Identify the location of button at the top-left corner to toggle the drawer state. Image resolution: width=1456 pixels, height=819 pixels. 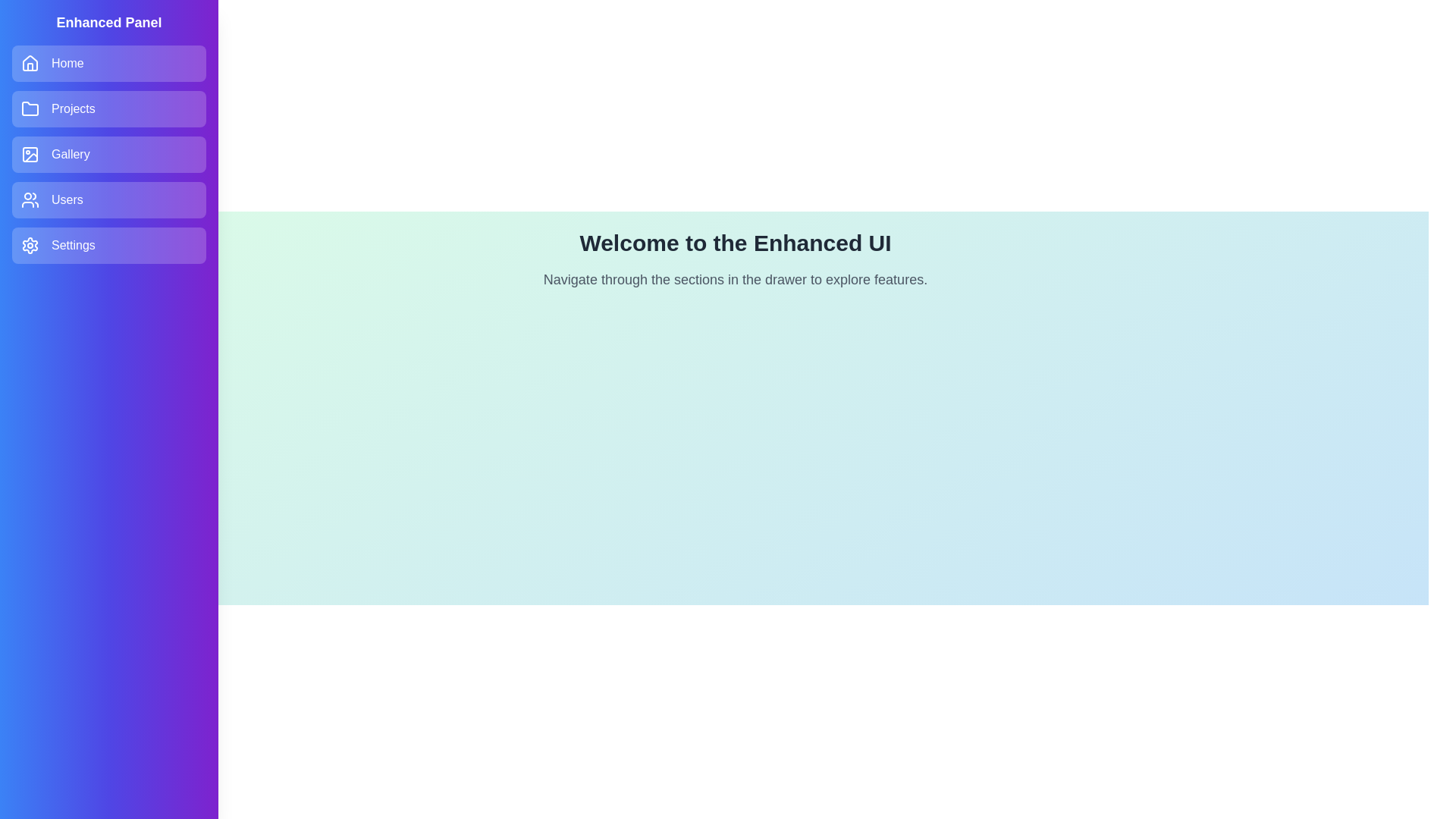
(55, 223).